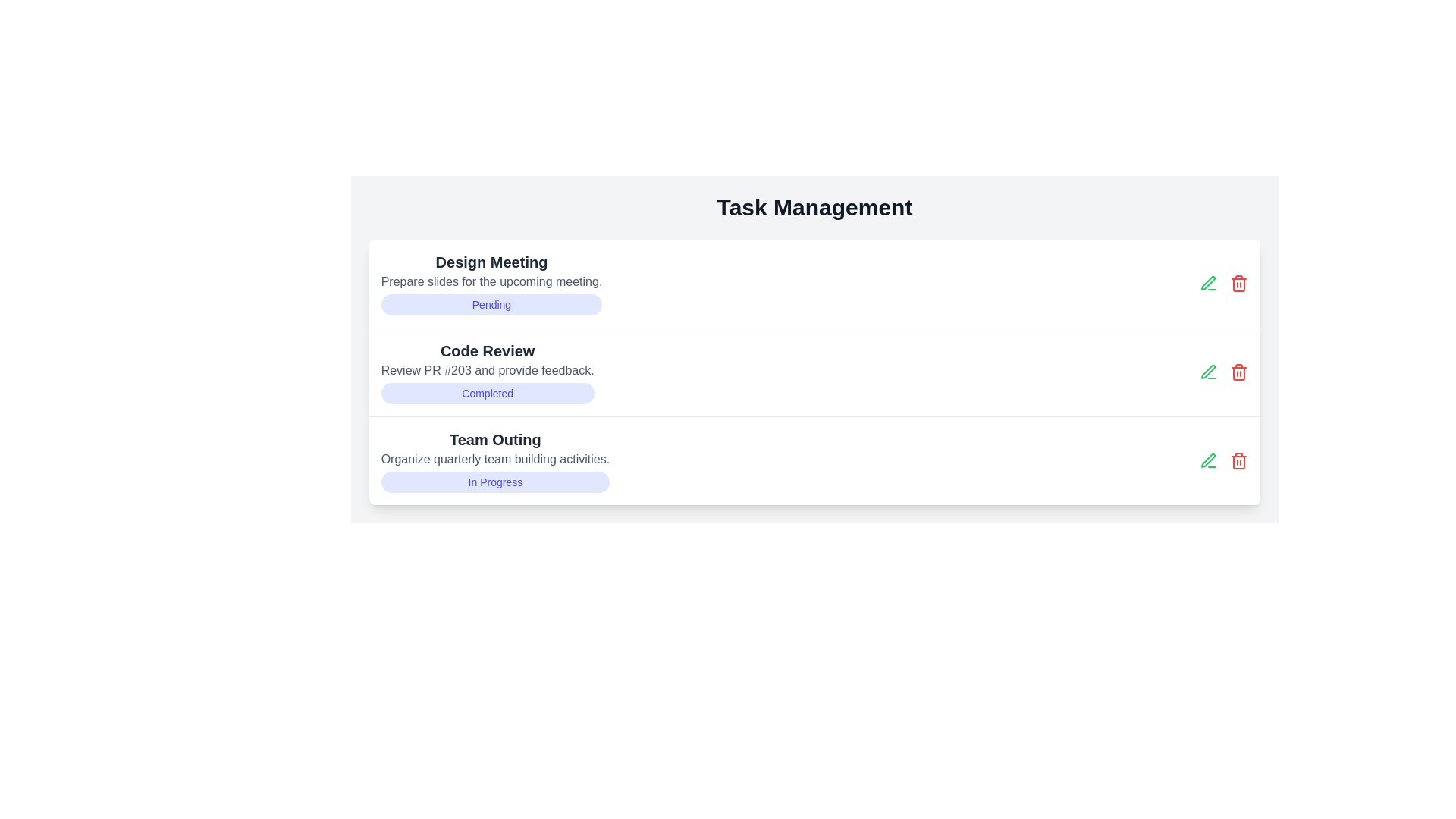 The height and width of the screenshot is (819, 1456). I want to click on the completion status badge indicating that the 'Code Review' task has been finalized, located below the text 'Review PR #203 and provide feedback.', so click(488, 393).